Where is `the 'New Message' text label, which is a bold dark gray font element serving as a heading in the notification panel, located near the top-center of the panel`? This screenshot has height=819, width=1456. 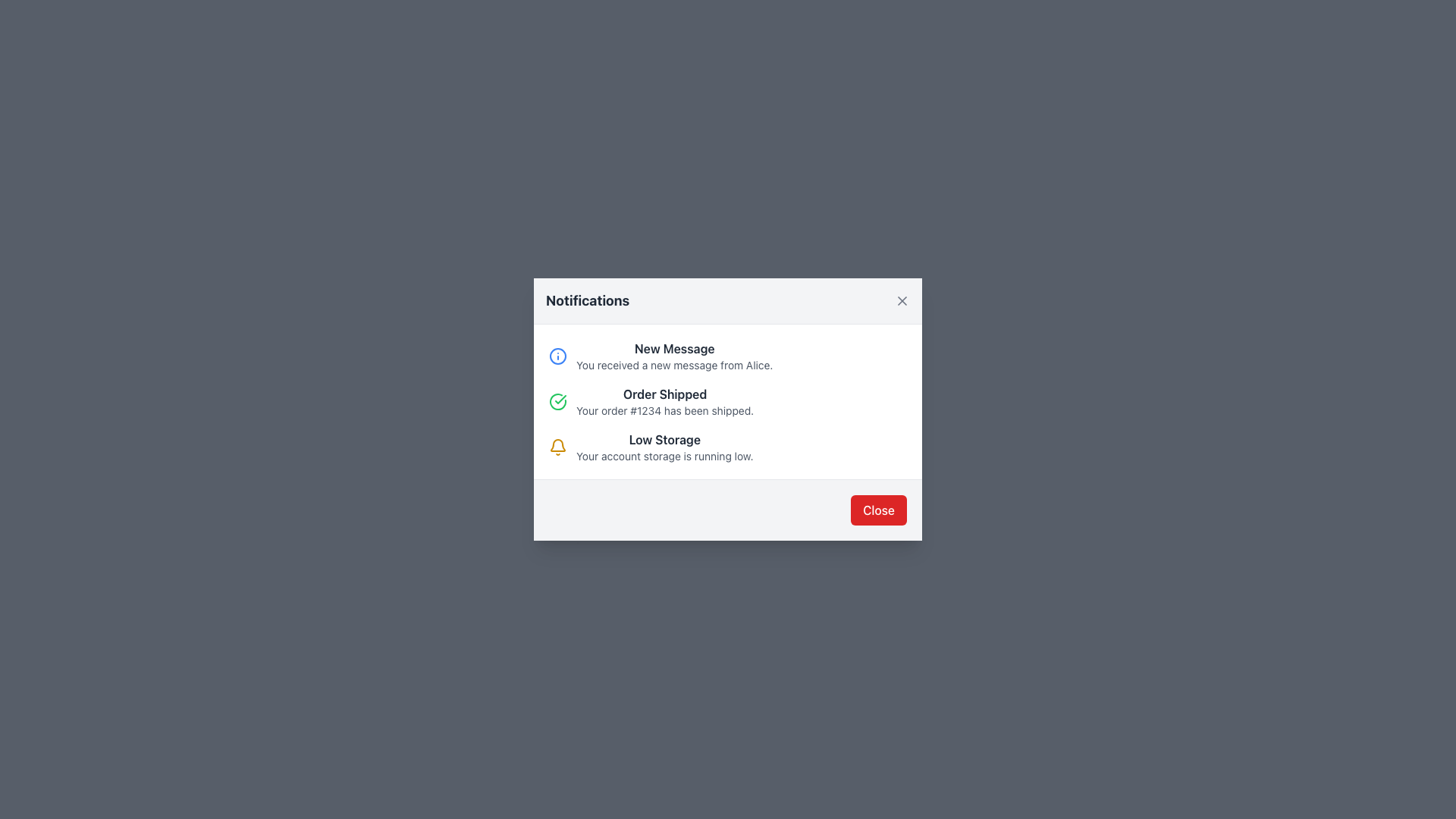 the 'New Message' text label, which is a bold dark gray font element serving as a heading in the notification panel, located near the top-center of the panel is located at coordinates (673, 348).